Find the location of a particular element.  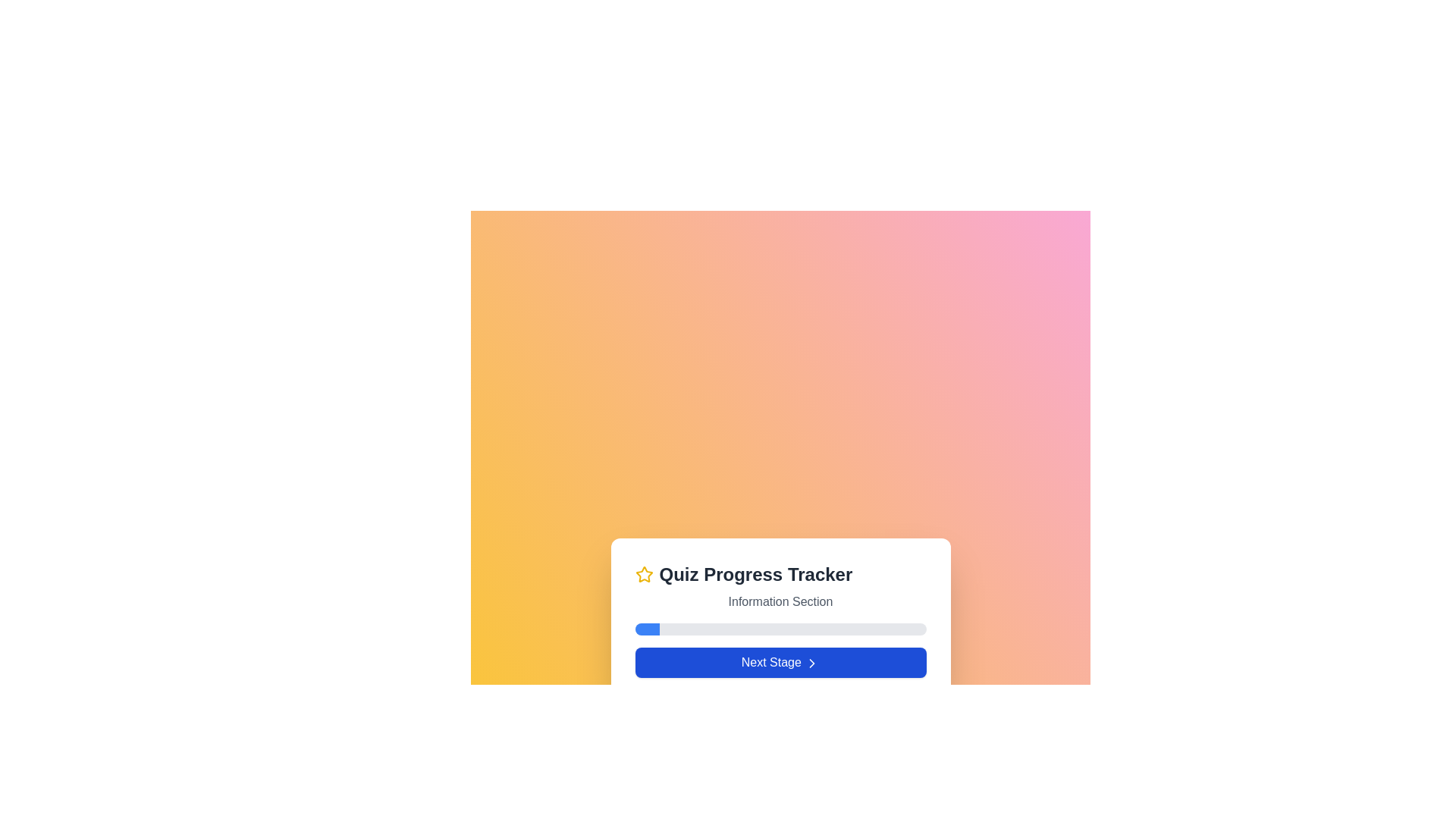

the rectangular button with a blue background and white text that reads 'Next Stage' is located at coordinates (780, 662).